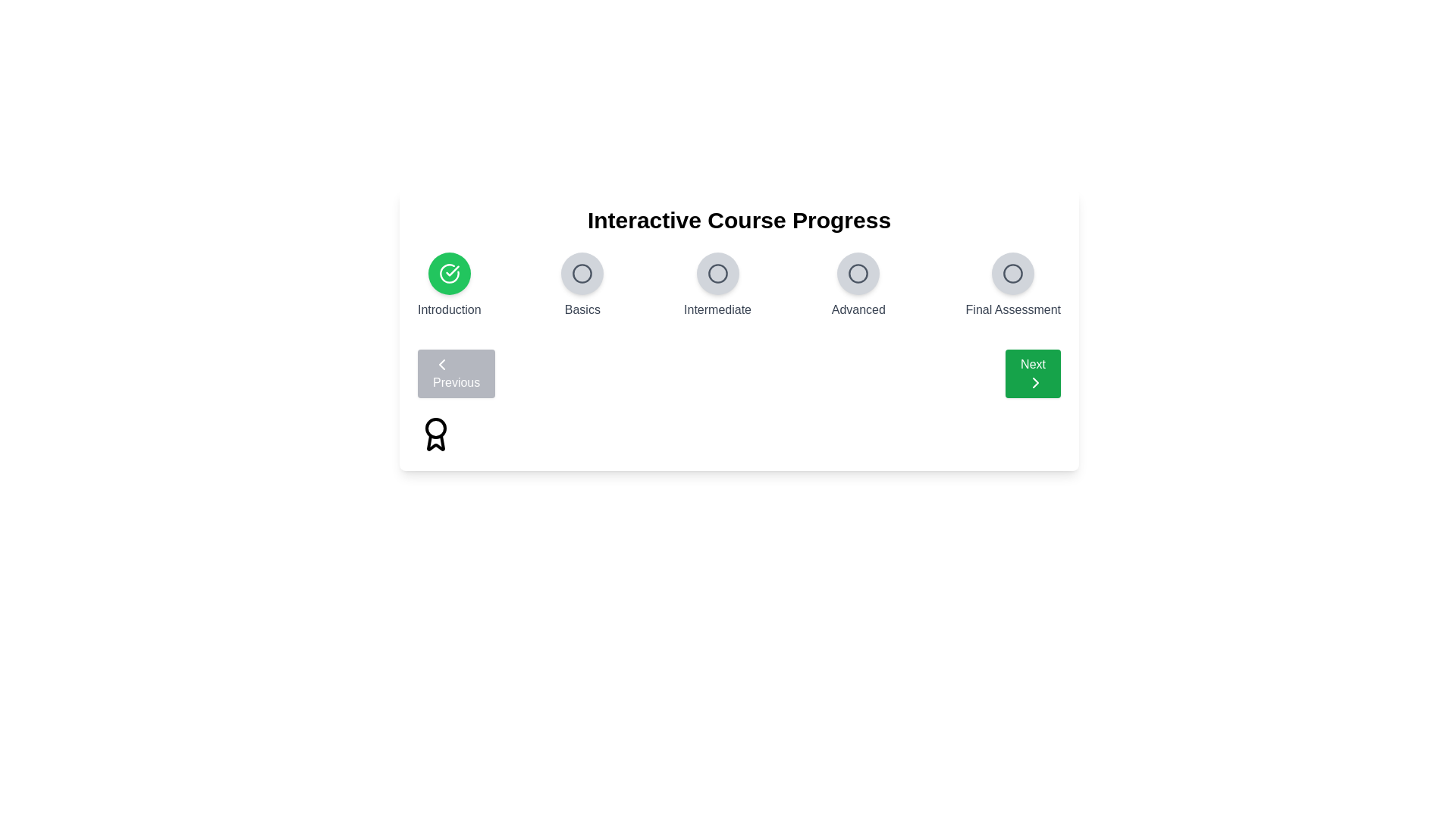 This screenshot has width=1456, height=819. I want to click on text label that contains 'Advanced', which is displayed in medium font weight and gray color (#707070) below the circular icon, so click(858, 309).